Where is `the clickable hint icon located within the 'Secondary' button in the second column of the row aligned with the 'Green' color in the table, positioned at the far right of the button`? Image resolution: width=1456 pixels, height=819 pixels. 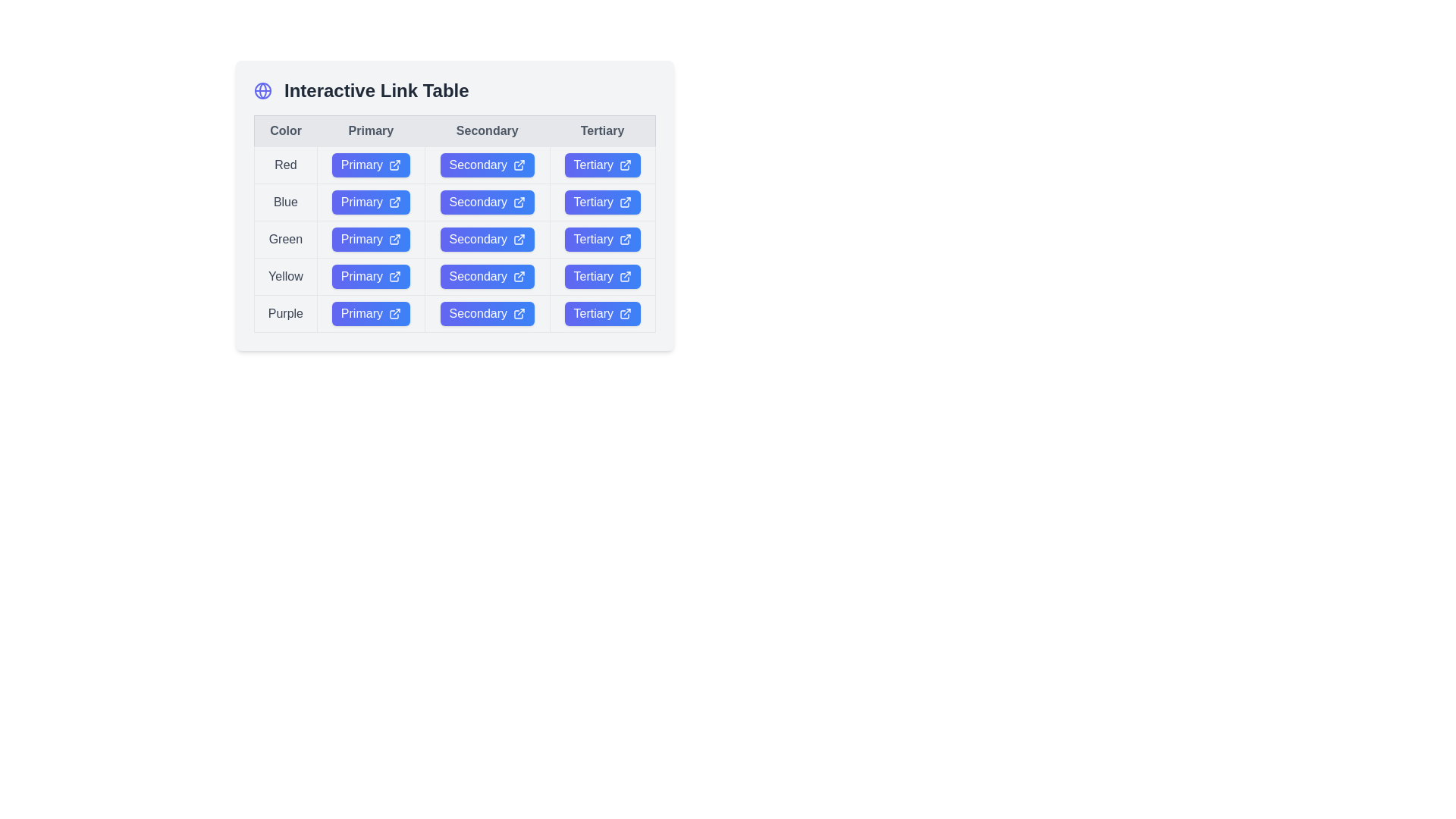
the clickable hint icon located within the 'Secondary' button in the second column of the row aligned with the 'Green' color in the table, positioned at the far right of the button is located at coordinates (519, 239).